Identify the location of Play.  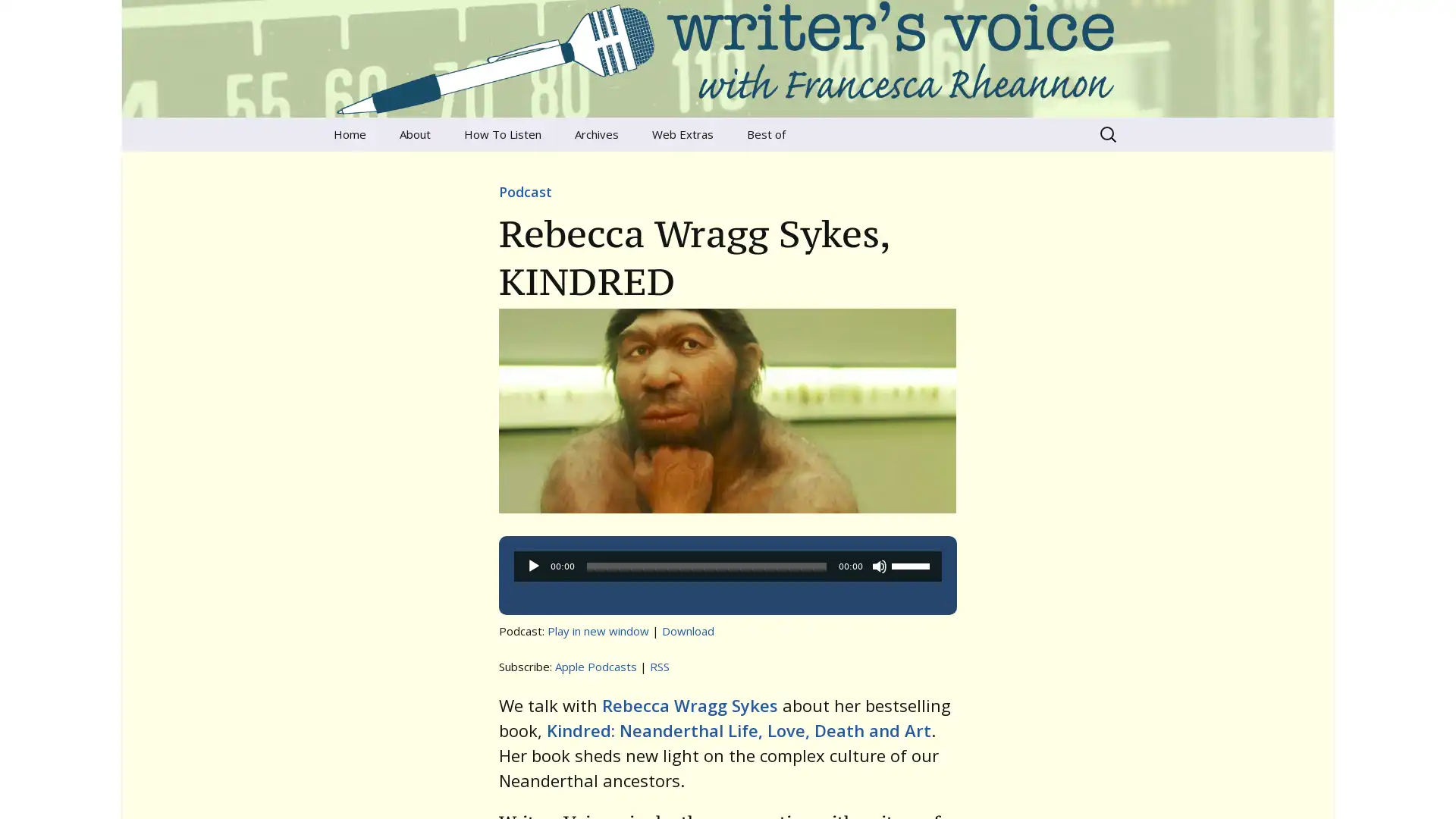
(534, 566).